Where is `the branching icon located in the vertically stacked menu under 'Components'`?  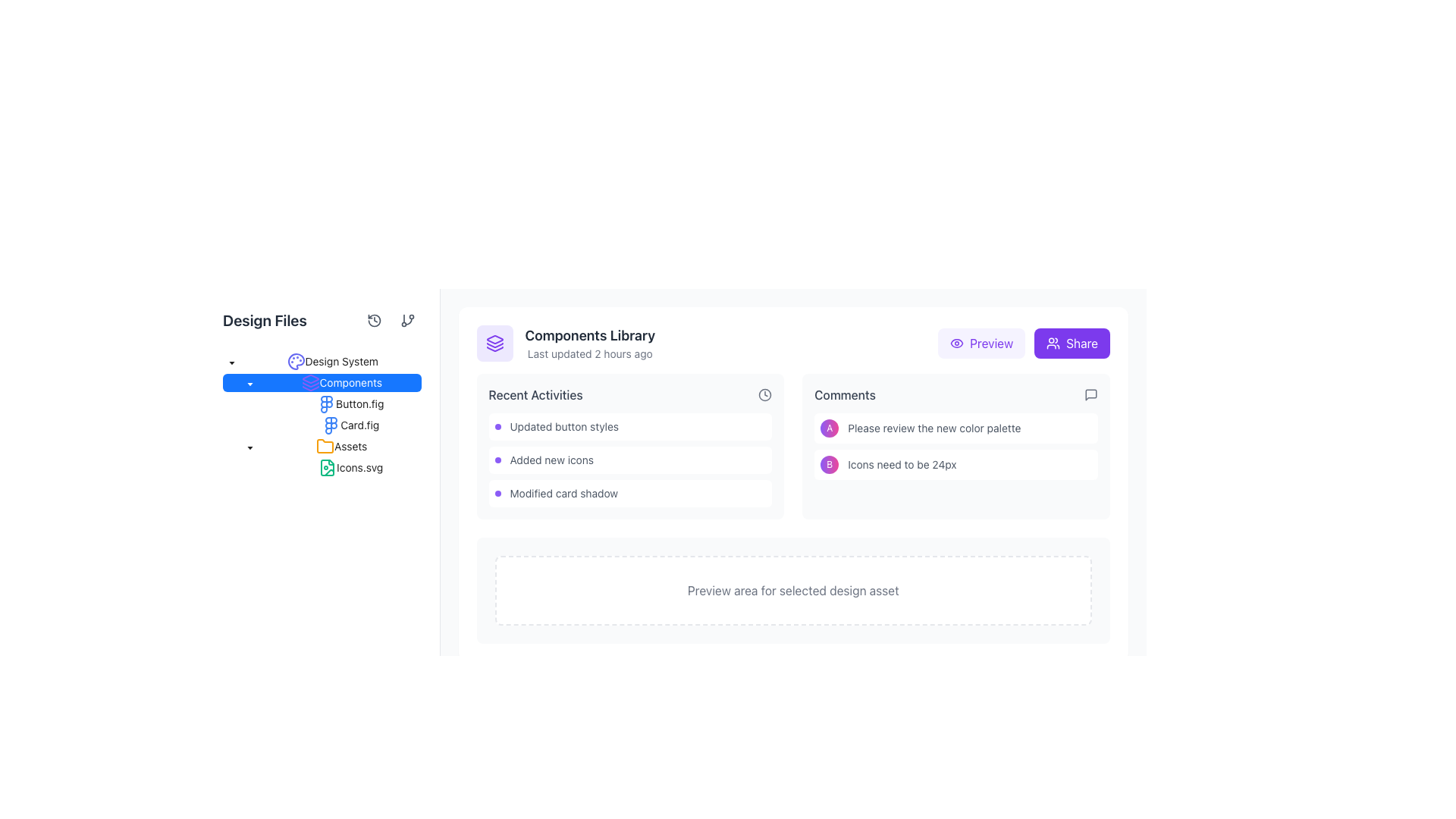 the branching icon located in the vertically stacked menu under 'Components' is located at coordinates (407, 320).